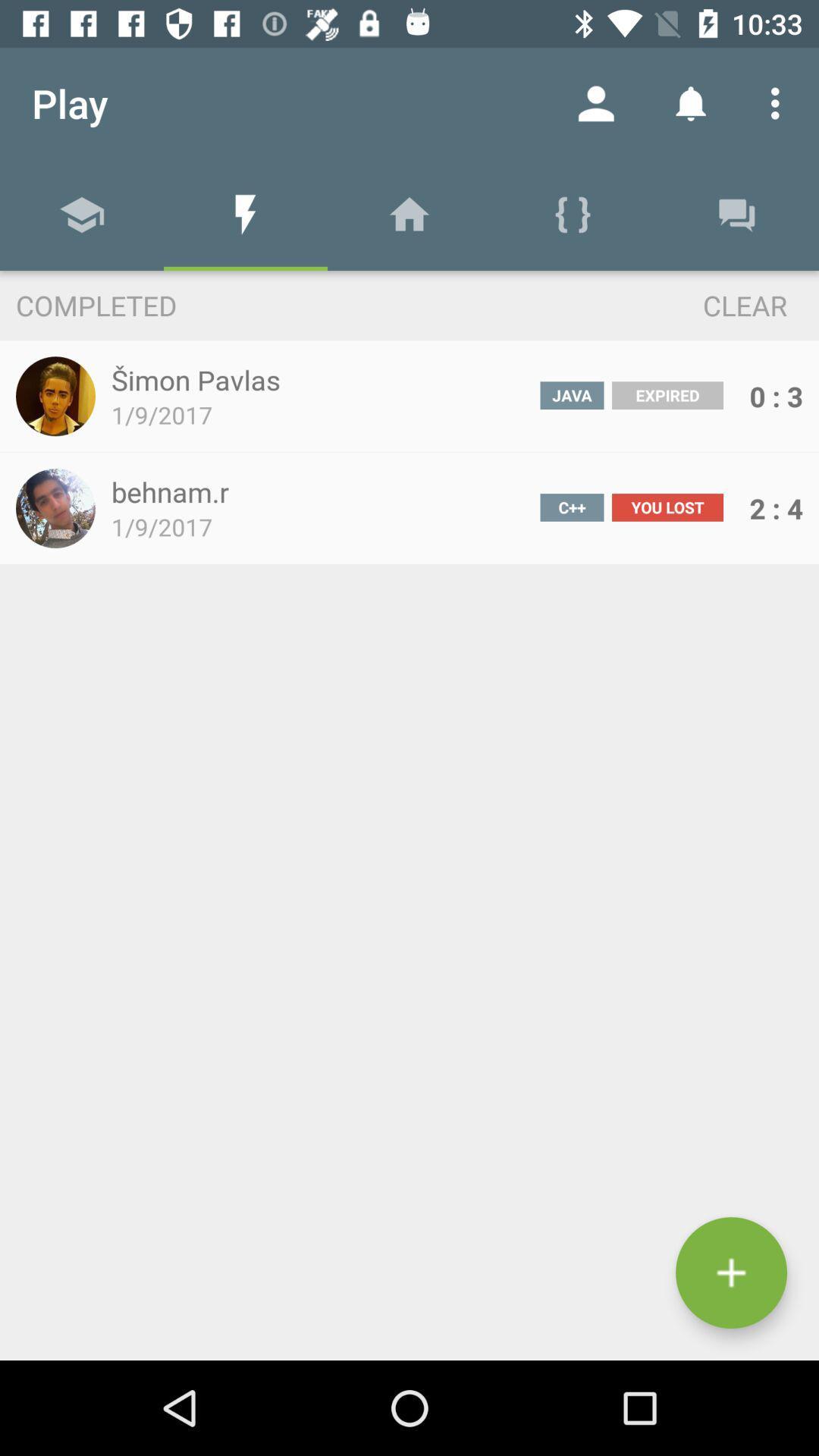 The height and width of the screenshot is (1456, 819). Describe the element at coordinates (717, 304) in the screenshot. I see `the icon above the 0 : 3 icon` at that location.